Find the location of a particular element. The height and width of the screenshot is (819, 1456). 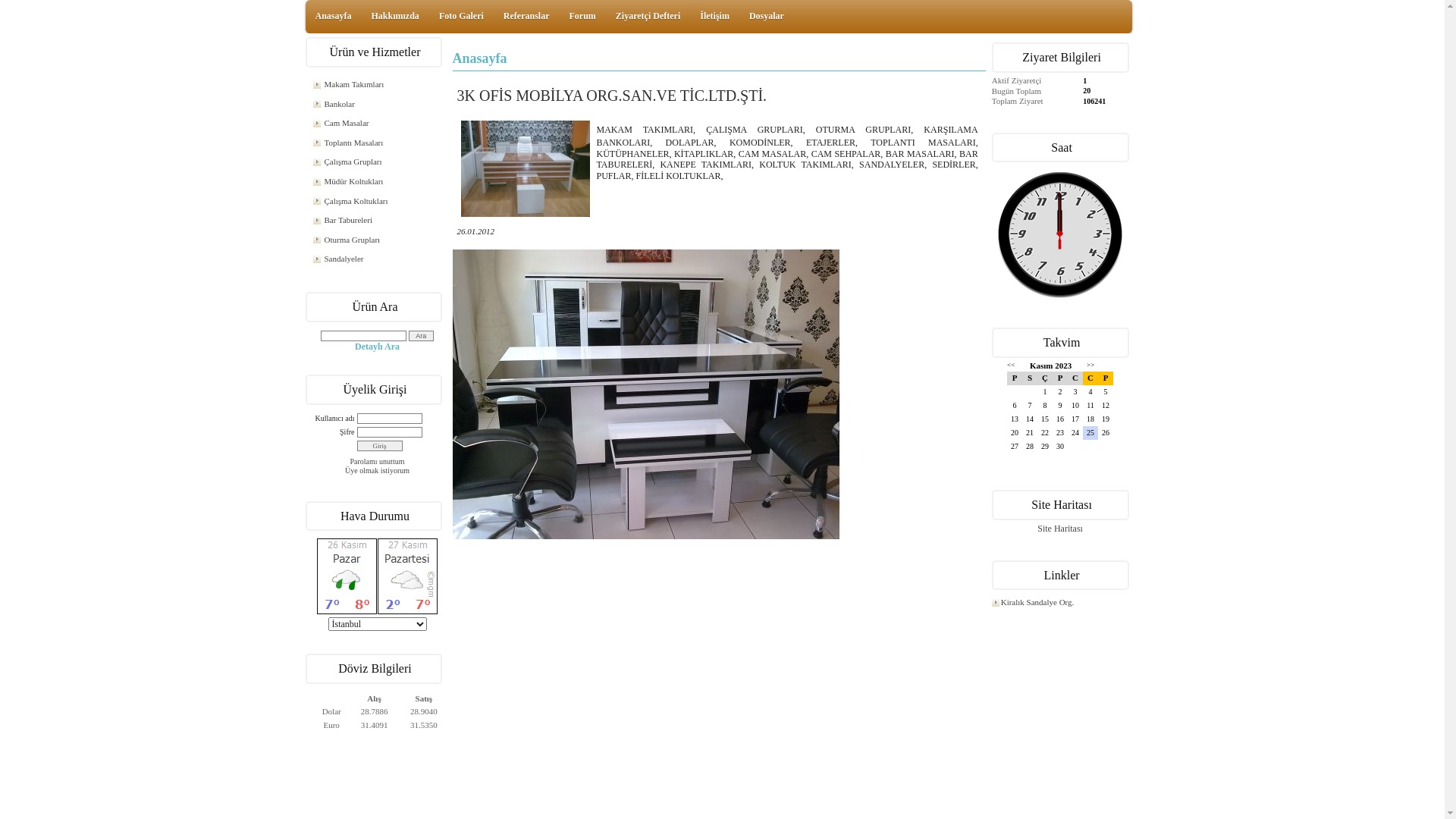

'11' is located at coordinates (1090, 405).